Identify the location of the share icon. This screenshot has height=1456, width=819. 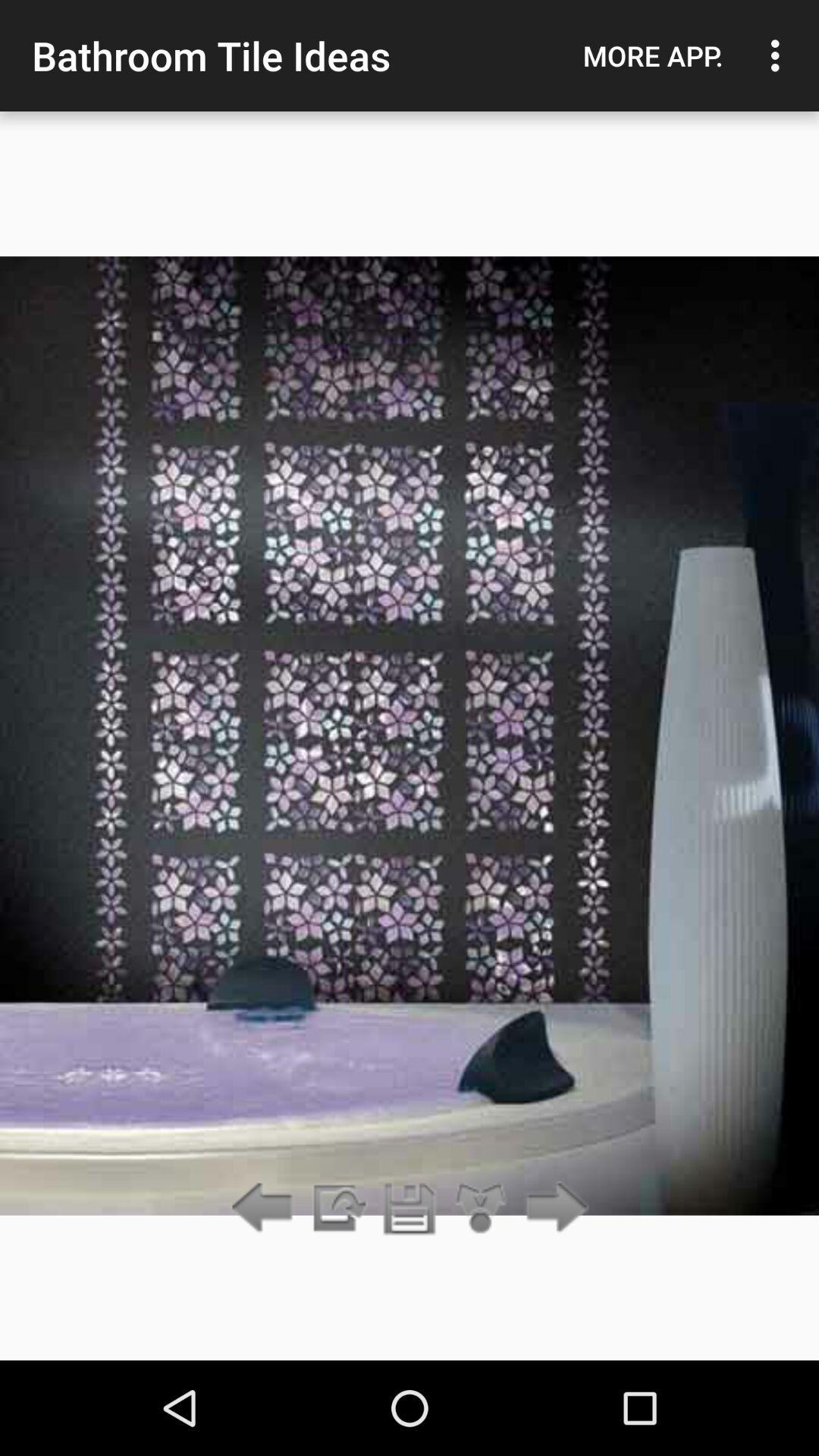
(481, 1208).